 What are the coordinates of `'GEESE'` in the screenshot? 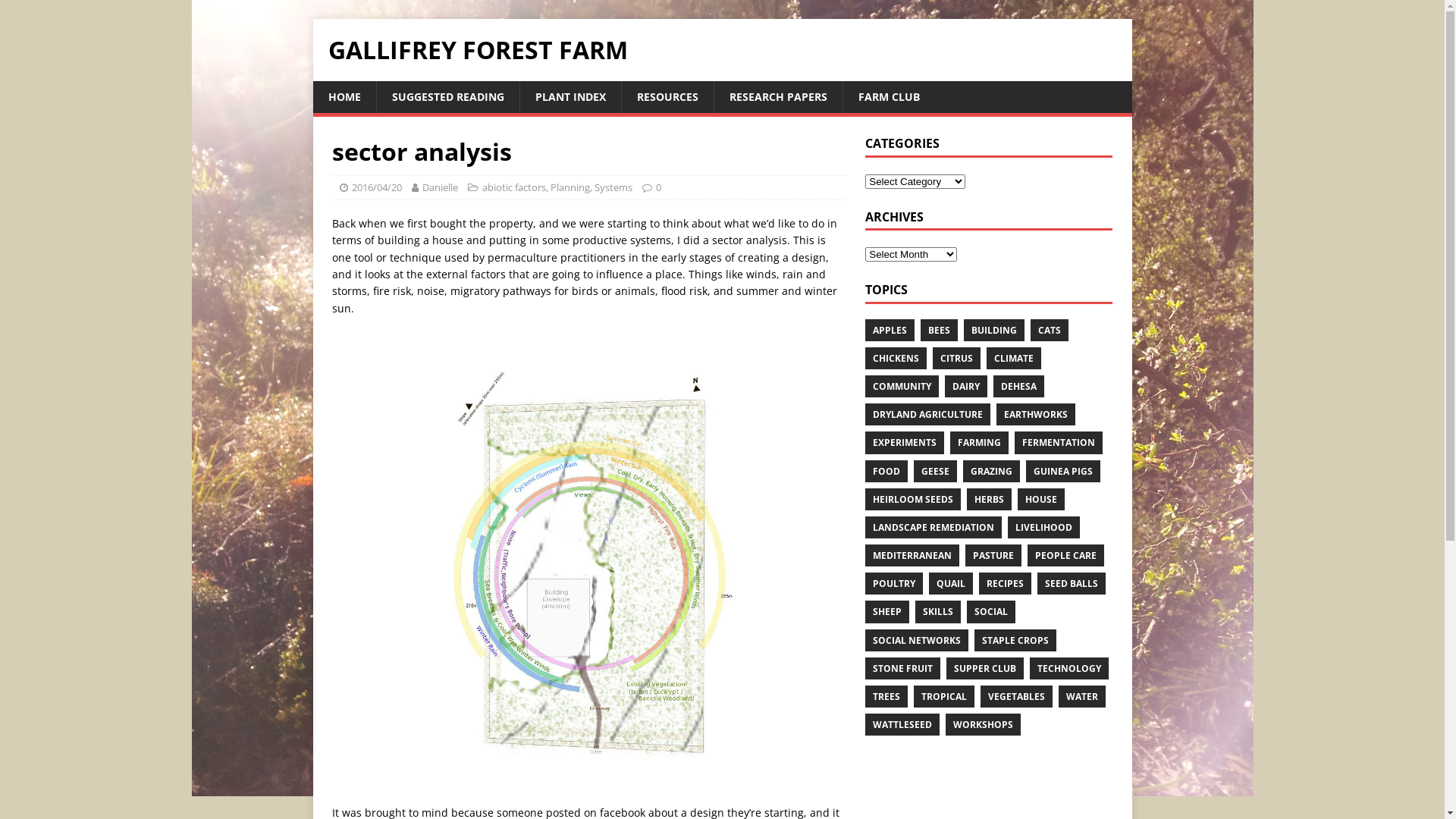 It's located at (934, 469).